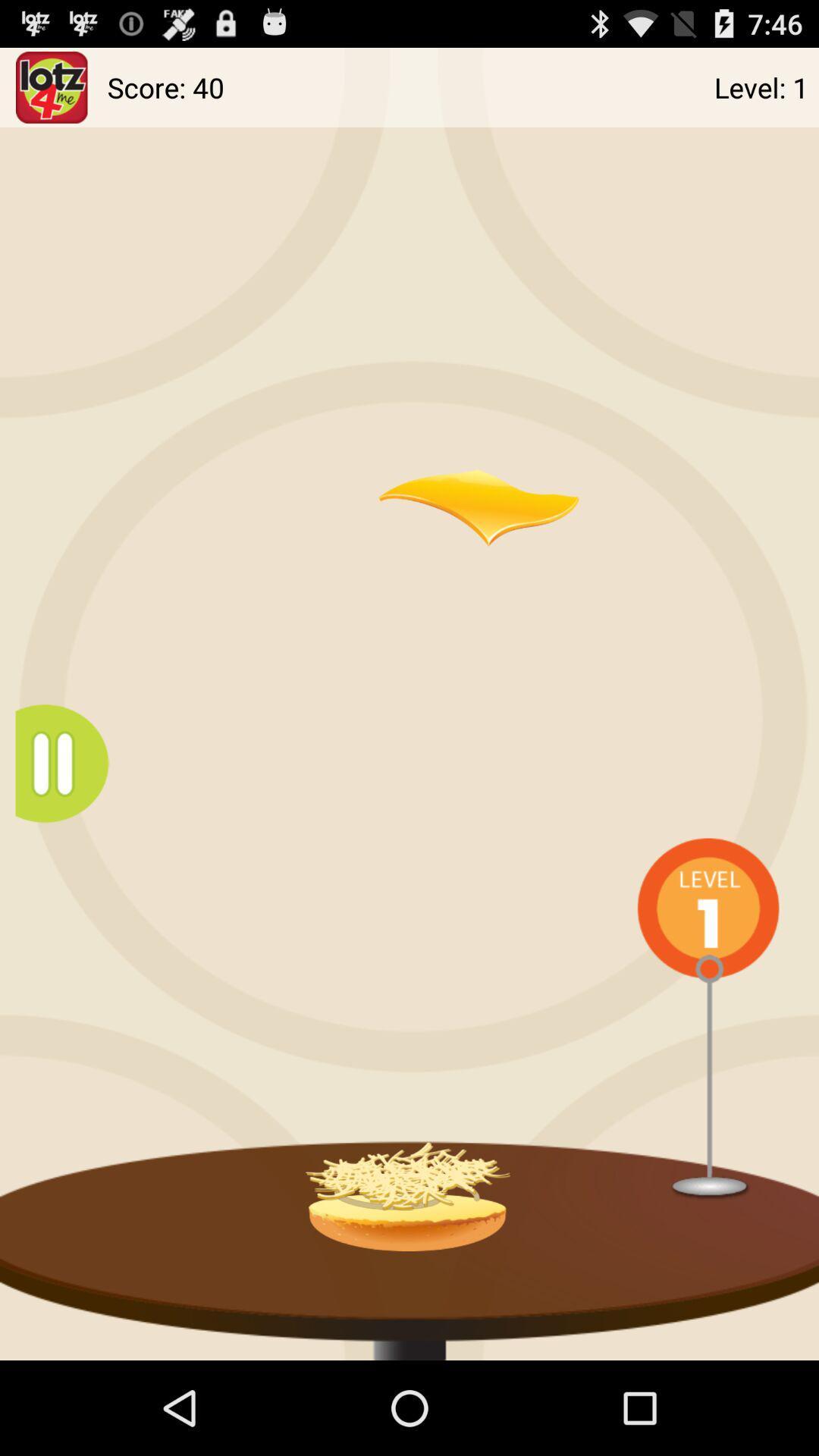  What do you see at coordinates (69, 764) in the screenshot?
I see `pause the reproduction` at bounding box center [69, 764].